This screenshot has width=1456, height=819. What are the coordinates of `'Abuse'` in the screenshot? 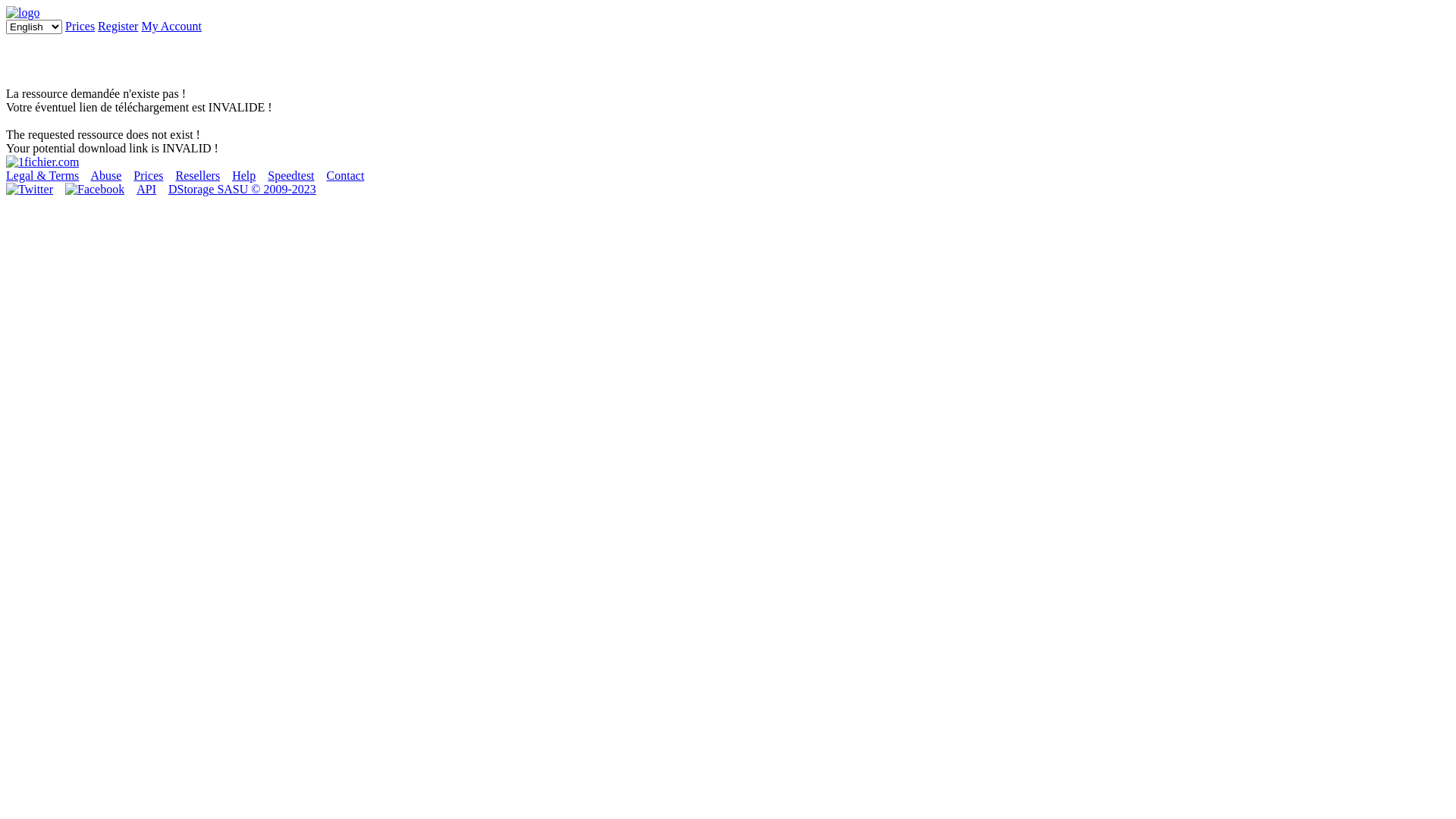 It's located at (105, 174).